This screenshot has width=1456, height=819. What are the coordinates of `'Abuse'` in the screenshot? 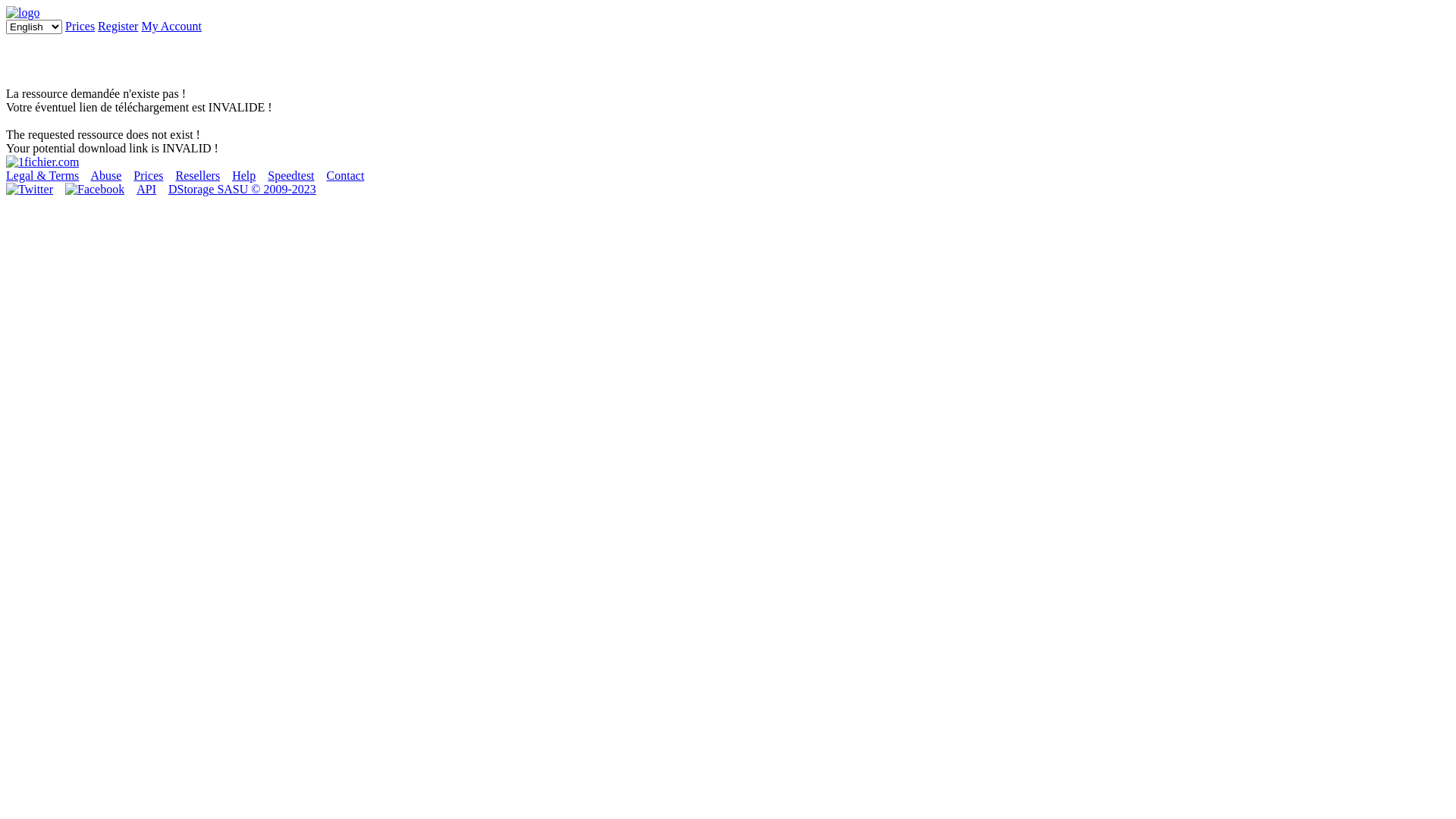 It's located at (105, 174).